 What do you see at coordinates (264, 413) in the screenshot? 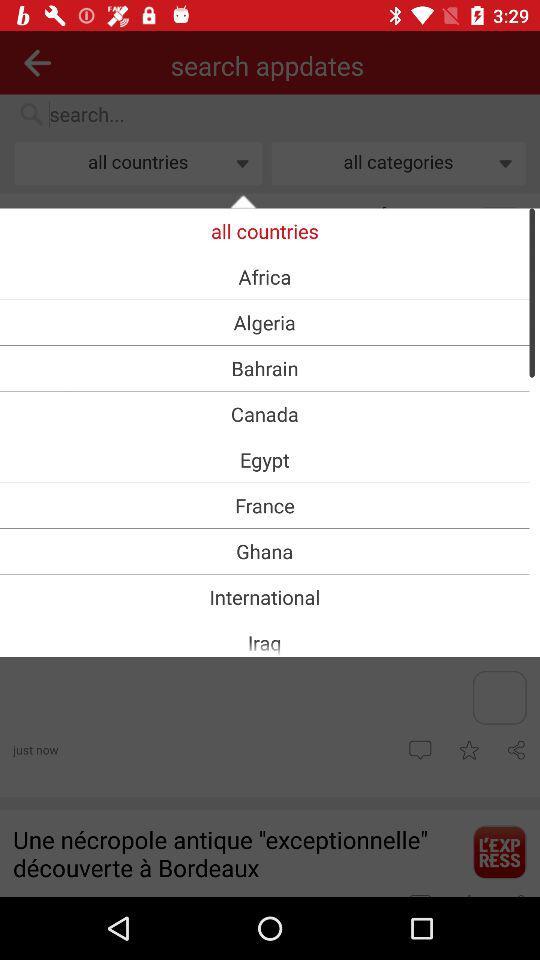
I see `canada` at bounding box center [264, 413].